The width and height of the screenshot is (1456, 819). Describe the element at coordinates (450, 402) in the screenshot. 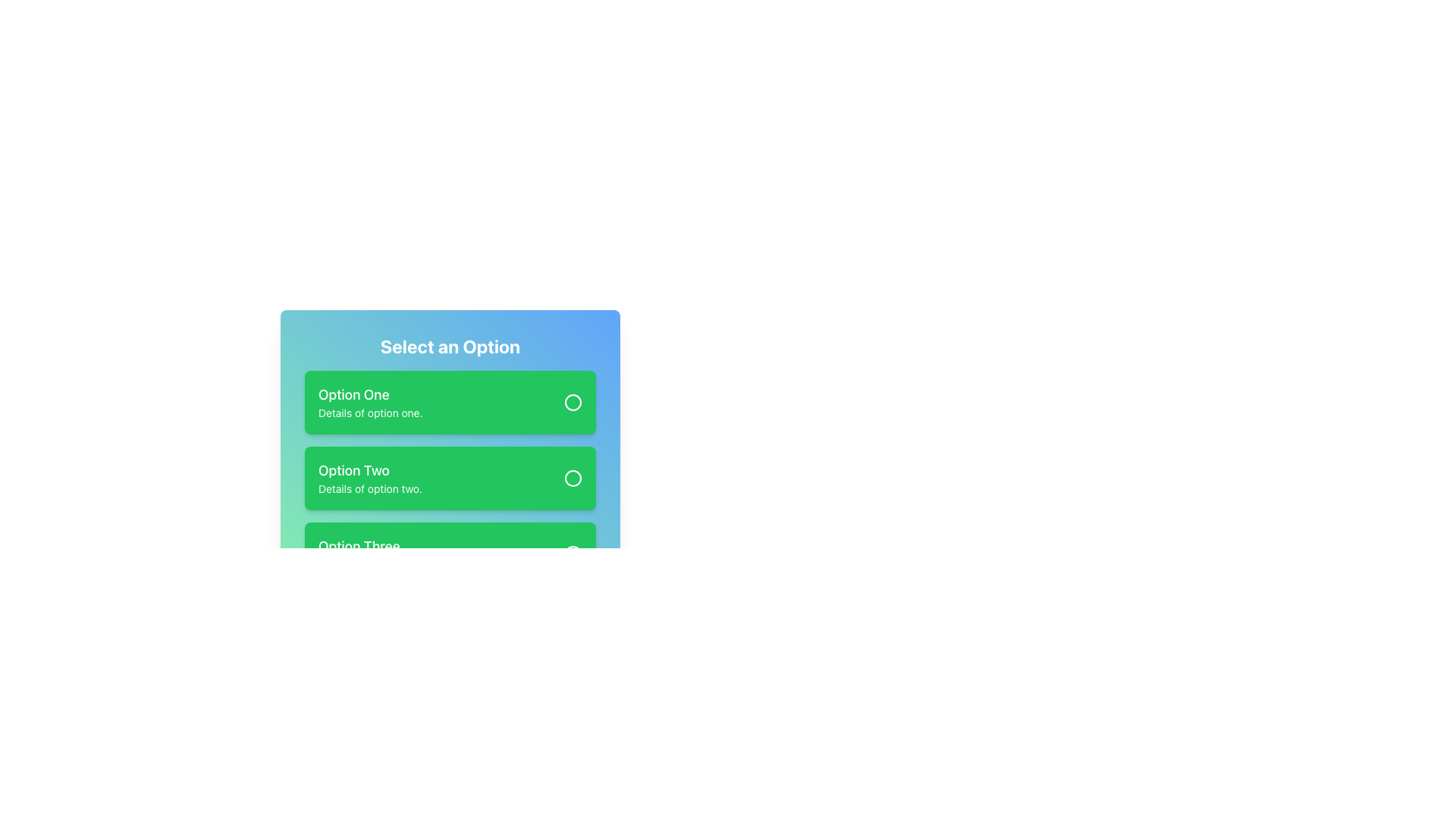

I see `the 'Option One' button located beneath the title 'Select an Option'` at that location.